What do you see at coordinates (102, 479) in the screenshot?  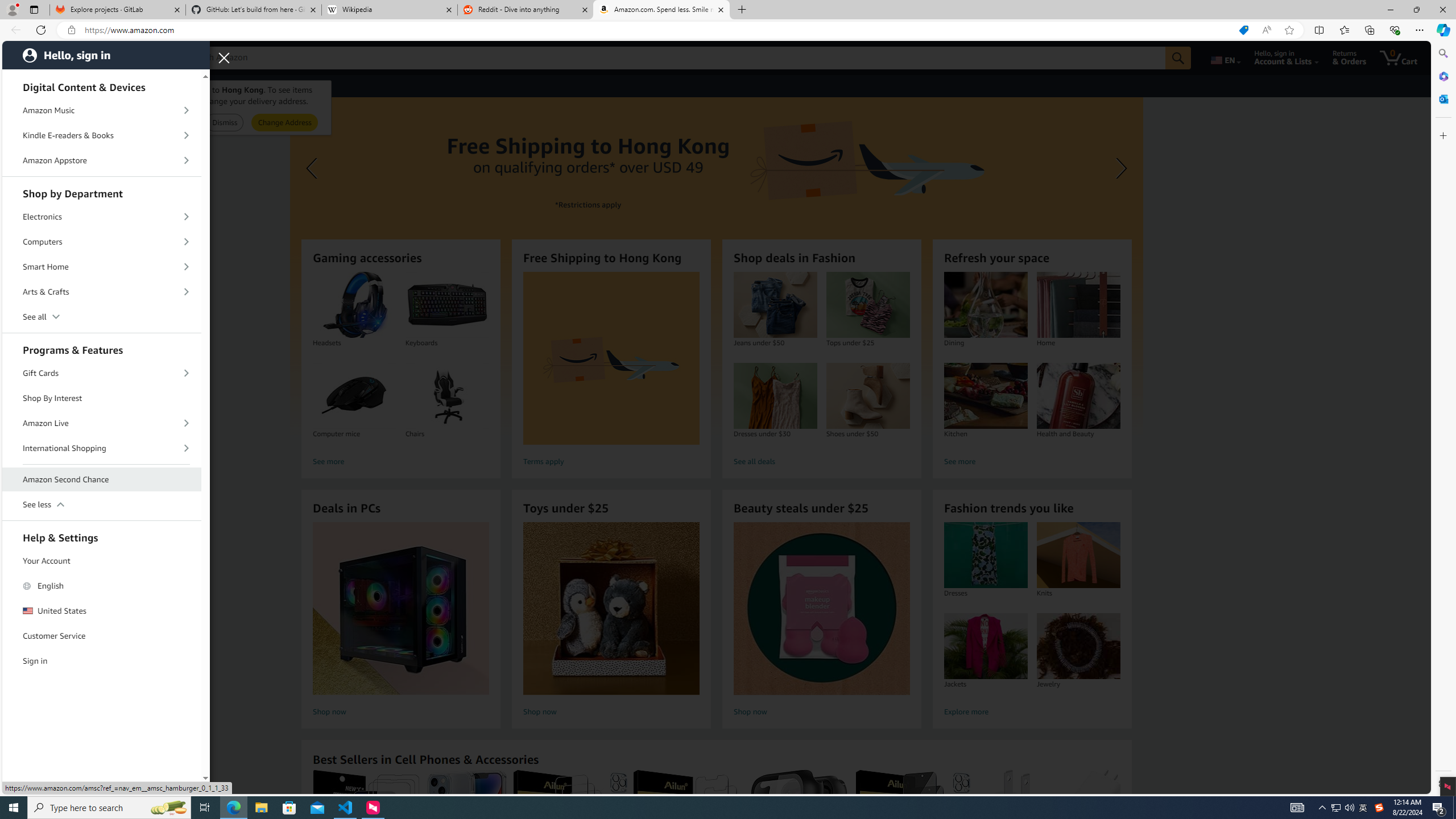 I see `'Amazon Second Chance'` at bounding box center [102, 479].